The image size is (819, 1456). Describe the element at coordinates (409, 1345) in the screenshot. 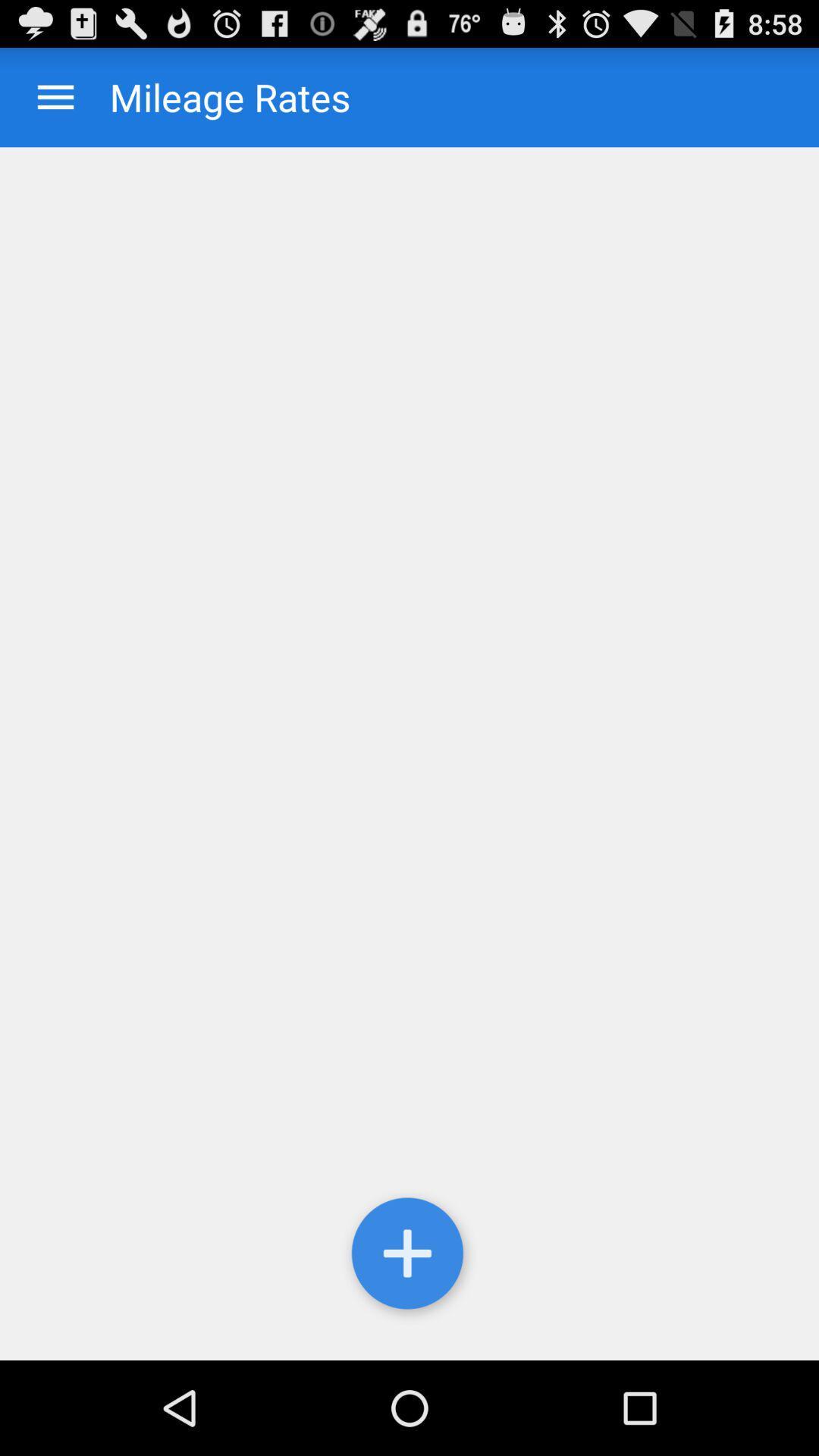

I see `the add icon` at that location.